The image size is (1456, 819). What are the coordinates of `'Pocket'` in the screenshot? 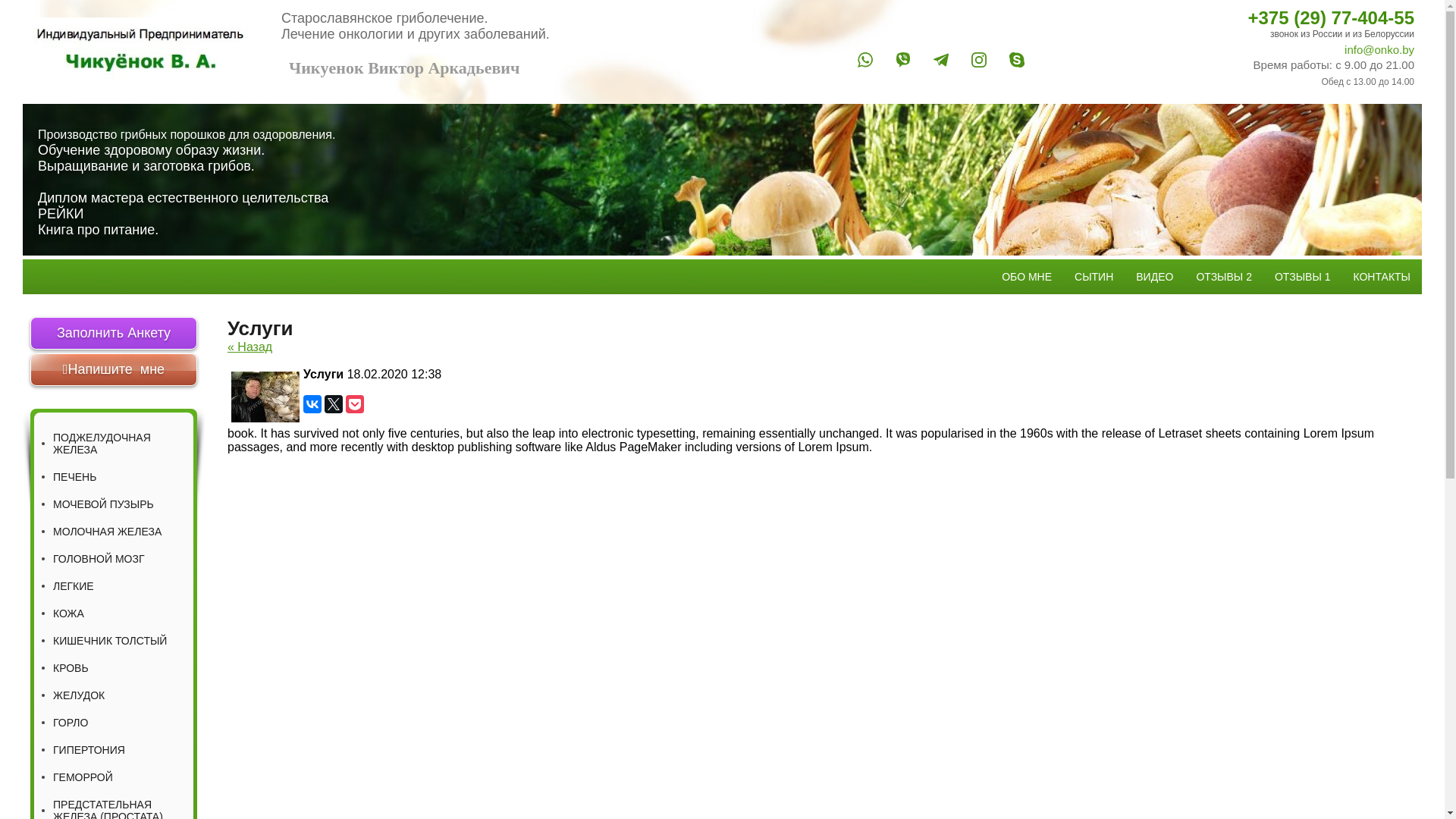 It's located at (353, 403).